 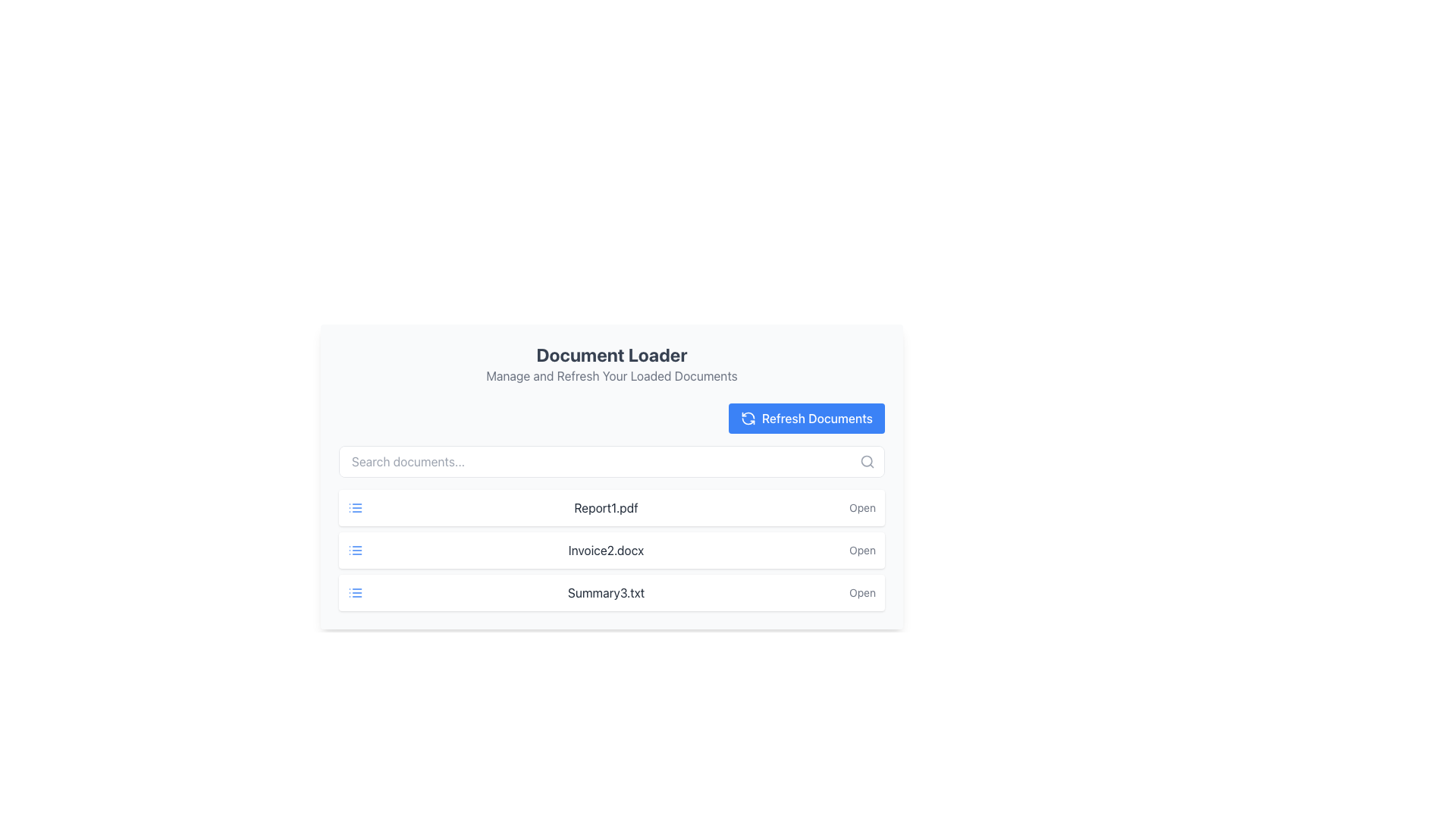 What do you see at coordinates (862, 592) in the screenshot?
I see `the link labeled 'Open' located at the rightmost end of the row displaying the file 'Summary3.txt'` at bounding box center [862, 592].